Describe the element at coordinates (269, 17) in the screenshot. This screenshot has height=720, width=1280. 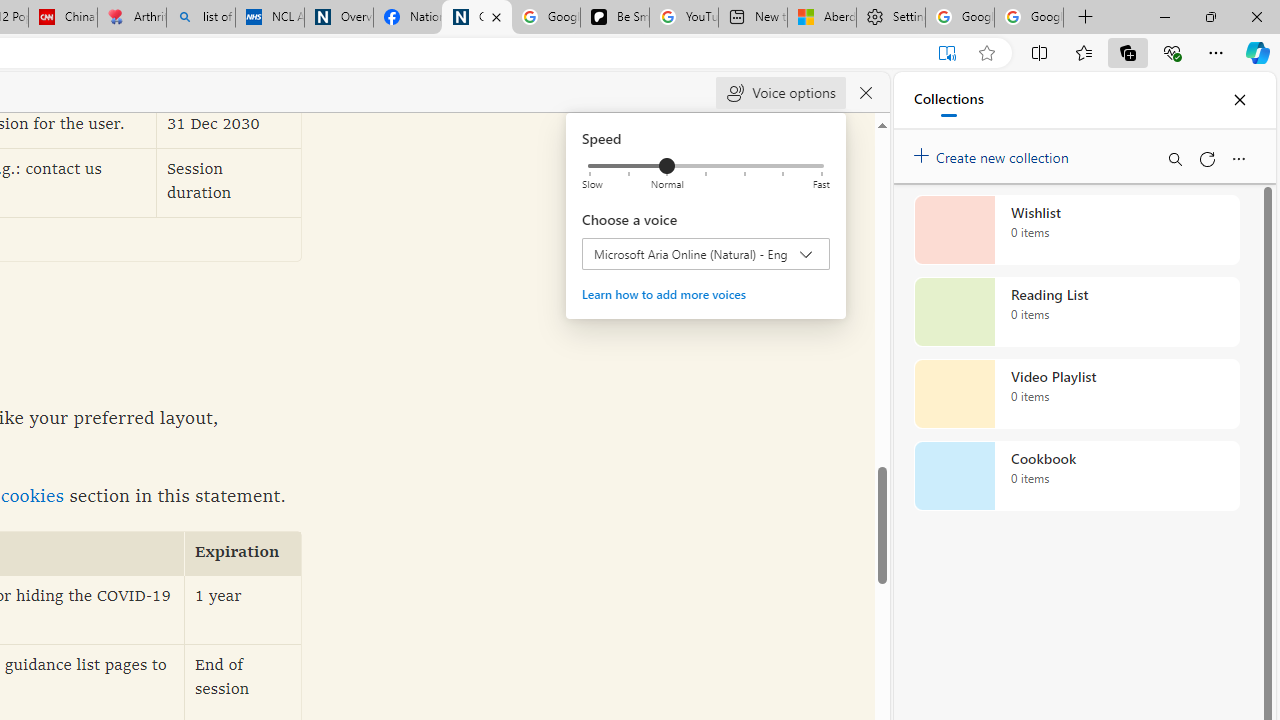
I see `'NCL Adult Asthma Inhaler Choice Guideline'` at that location.